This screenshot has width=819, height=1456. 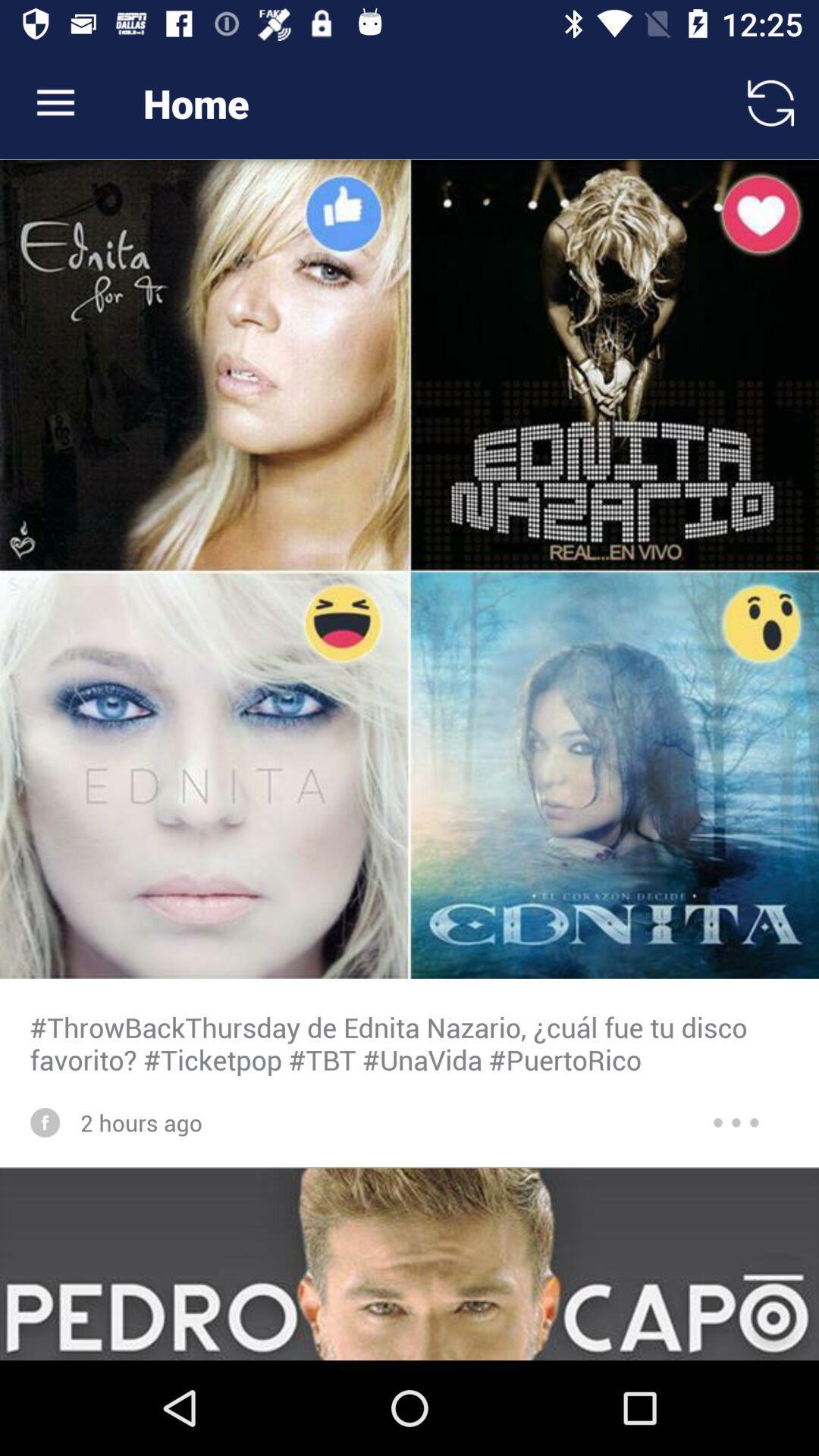 I want to click on item below the throwbackthursday de ednita item, so click(x=141, y=1122).